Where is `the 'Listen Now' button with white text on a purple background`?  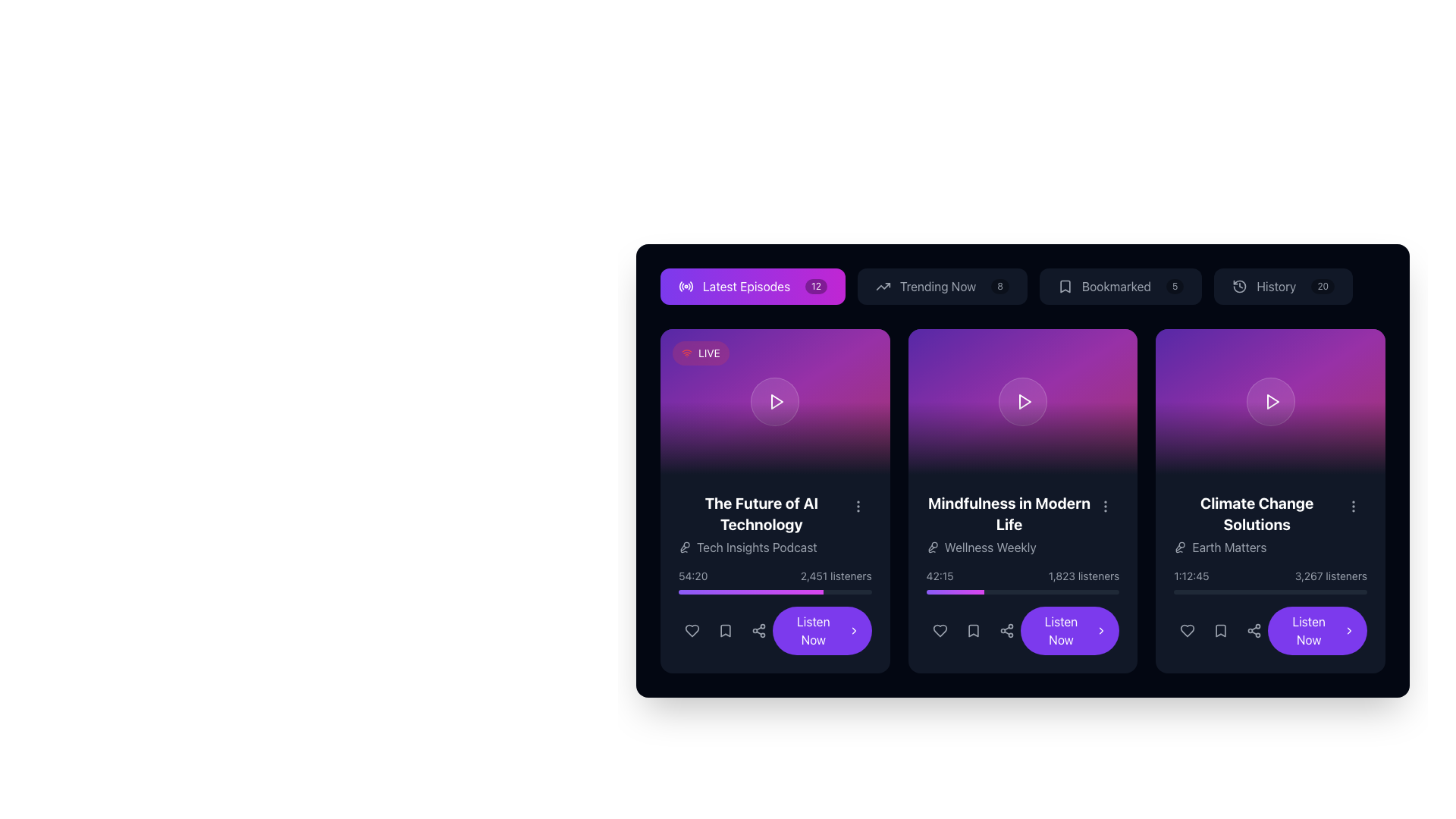 the 'Listen Now' button with white text on a purple background is located at coordinates (775, 631).